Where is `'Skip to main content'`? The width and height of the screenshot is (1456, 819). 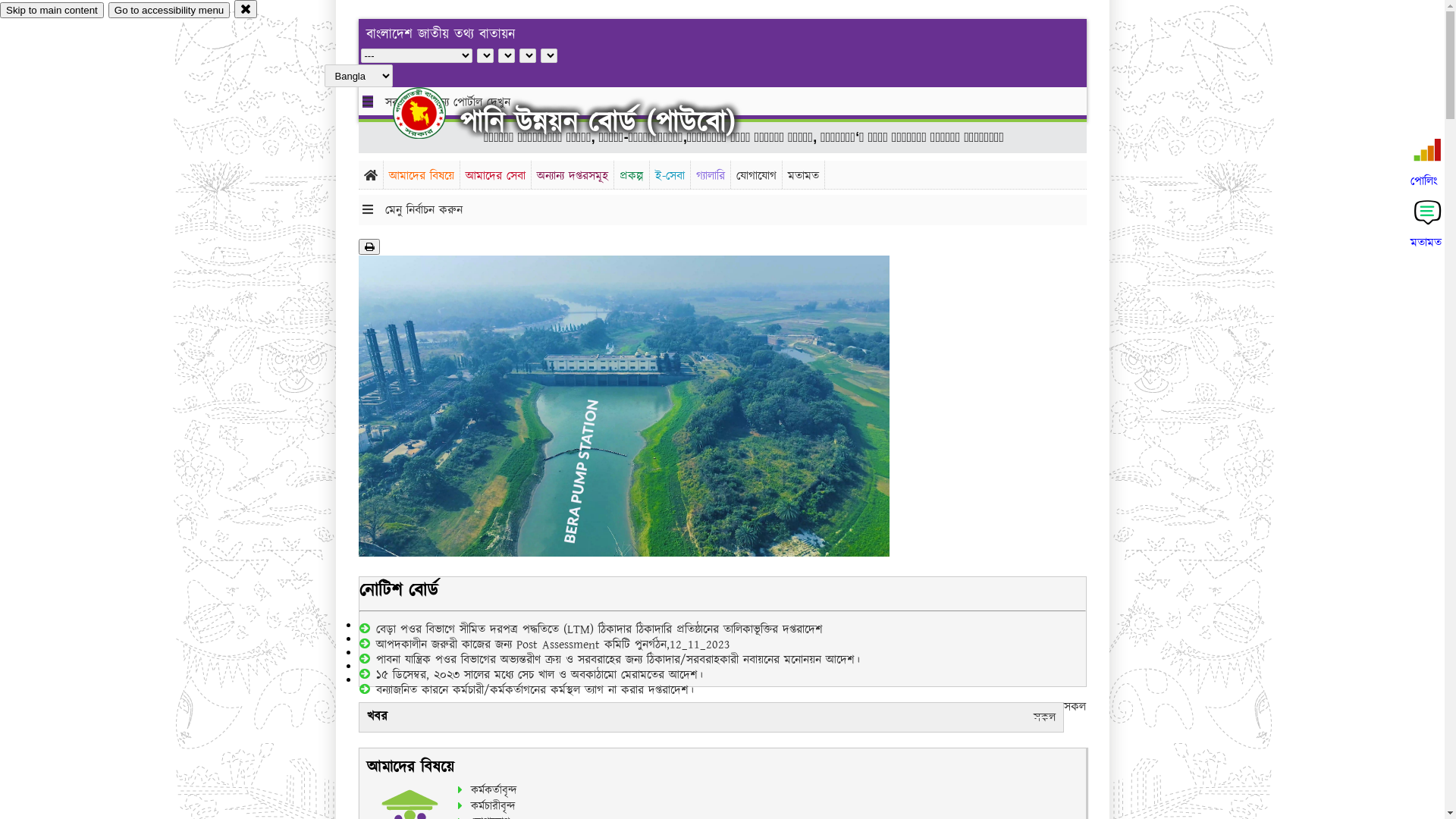
'Skip to main content' is located at coordinates (52, 10).